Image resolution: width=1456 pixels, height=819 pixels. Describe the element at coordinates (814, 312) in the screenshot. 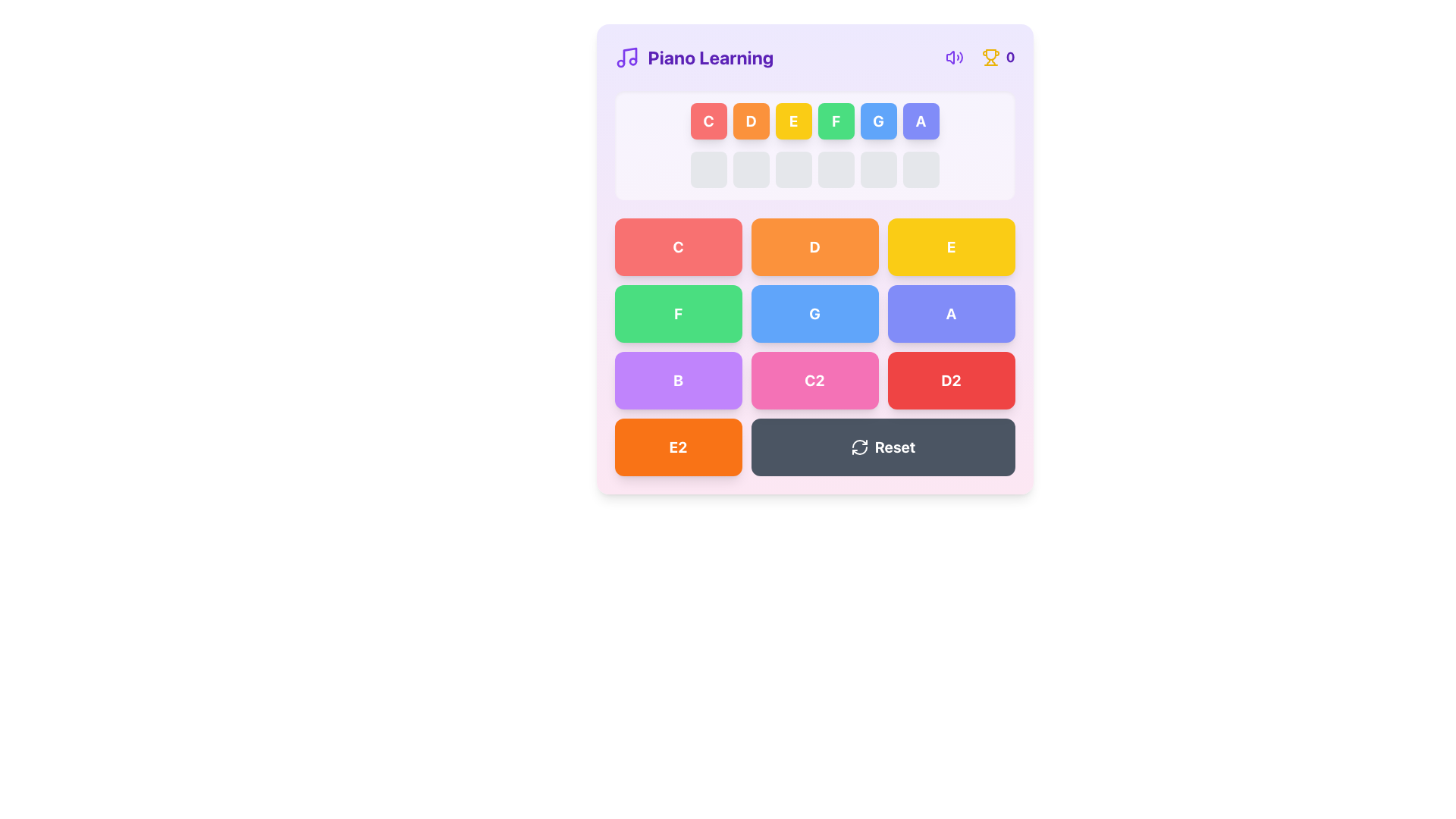

I see `the rectangular button with a blue background and white bold text displaying the character 'G'` at that location.